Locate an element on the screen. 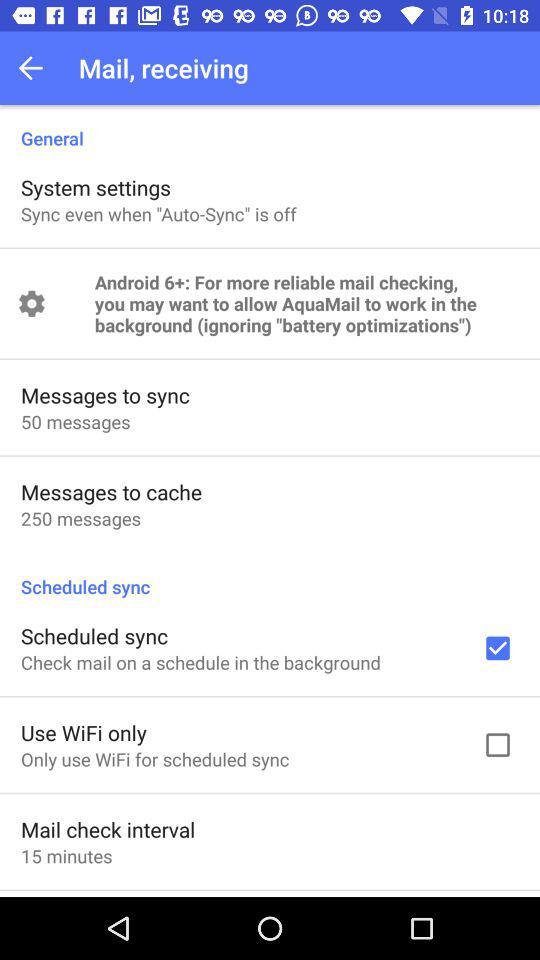 Image resolution: width=540 pixels, height=960 pixels. 250 messages is located at coordinates (80, 517).